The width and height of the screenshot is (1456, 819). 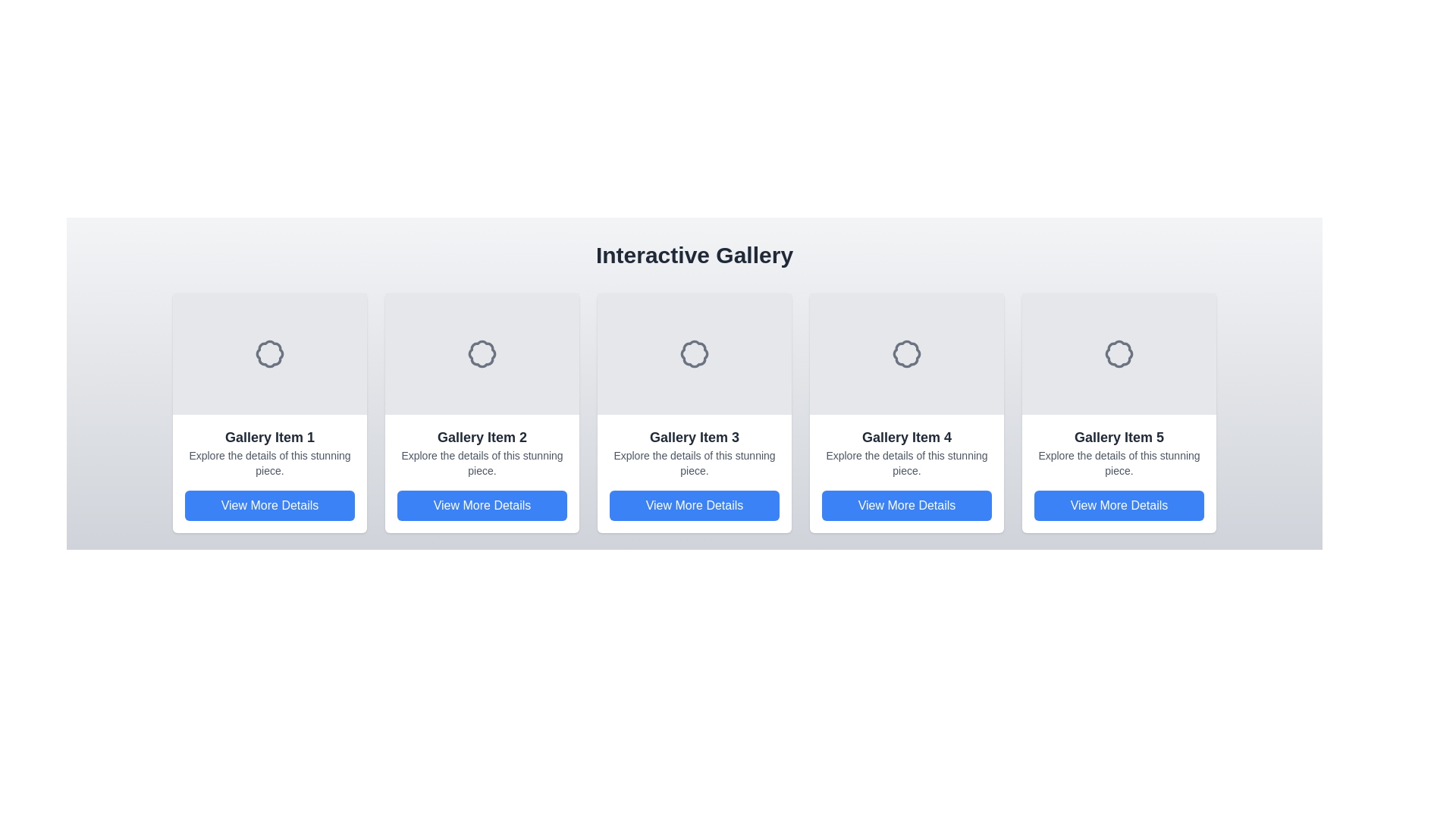 What do you see at coordinates (269, 353) in the screenshot?
I see `the Decorative graphical element or badge icon located in the top section of the card titled 'Gallery Item 1', which has a light gray background and a badge icon centered within it` at bounding box center [269, 353].